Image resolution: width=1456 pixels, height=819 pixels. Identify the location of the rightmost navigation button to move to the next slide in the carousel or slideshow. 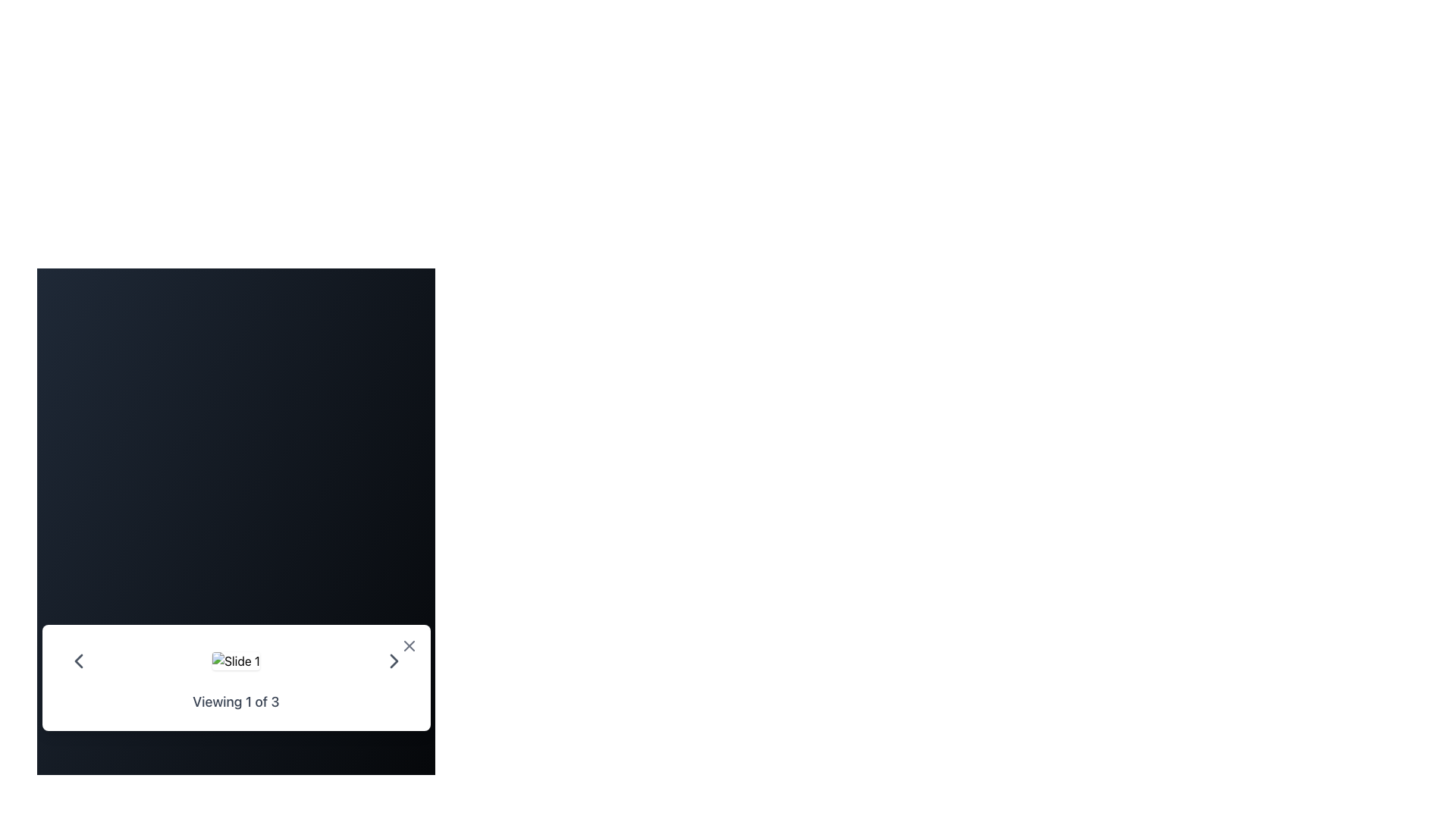
(394, 660).